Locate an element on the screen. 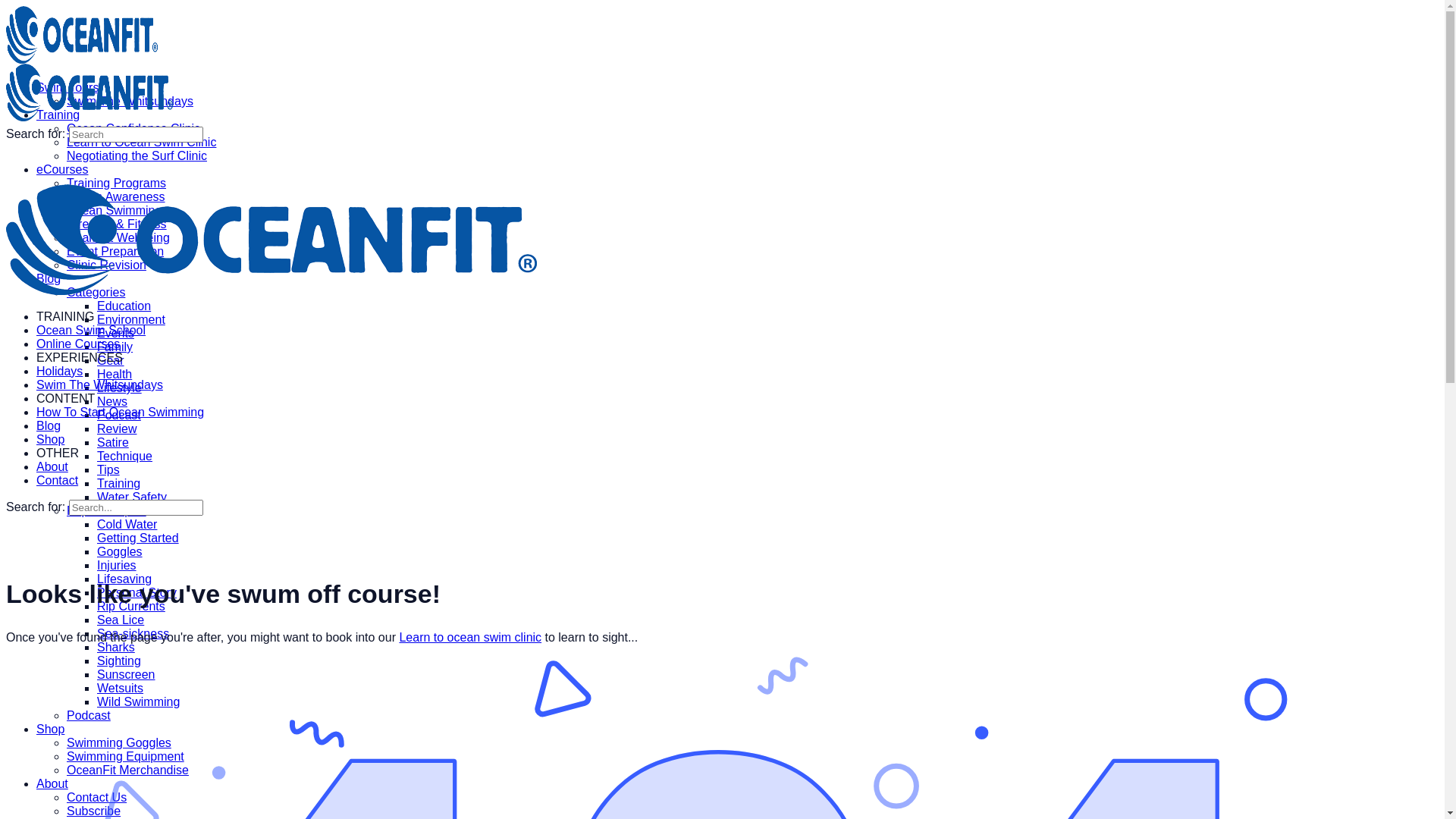  'Rip Currents' is located at coordinates (130, 605).